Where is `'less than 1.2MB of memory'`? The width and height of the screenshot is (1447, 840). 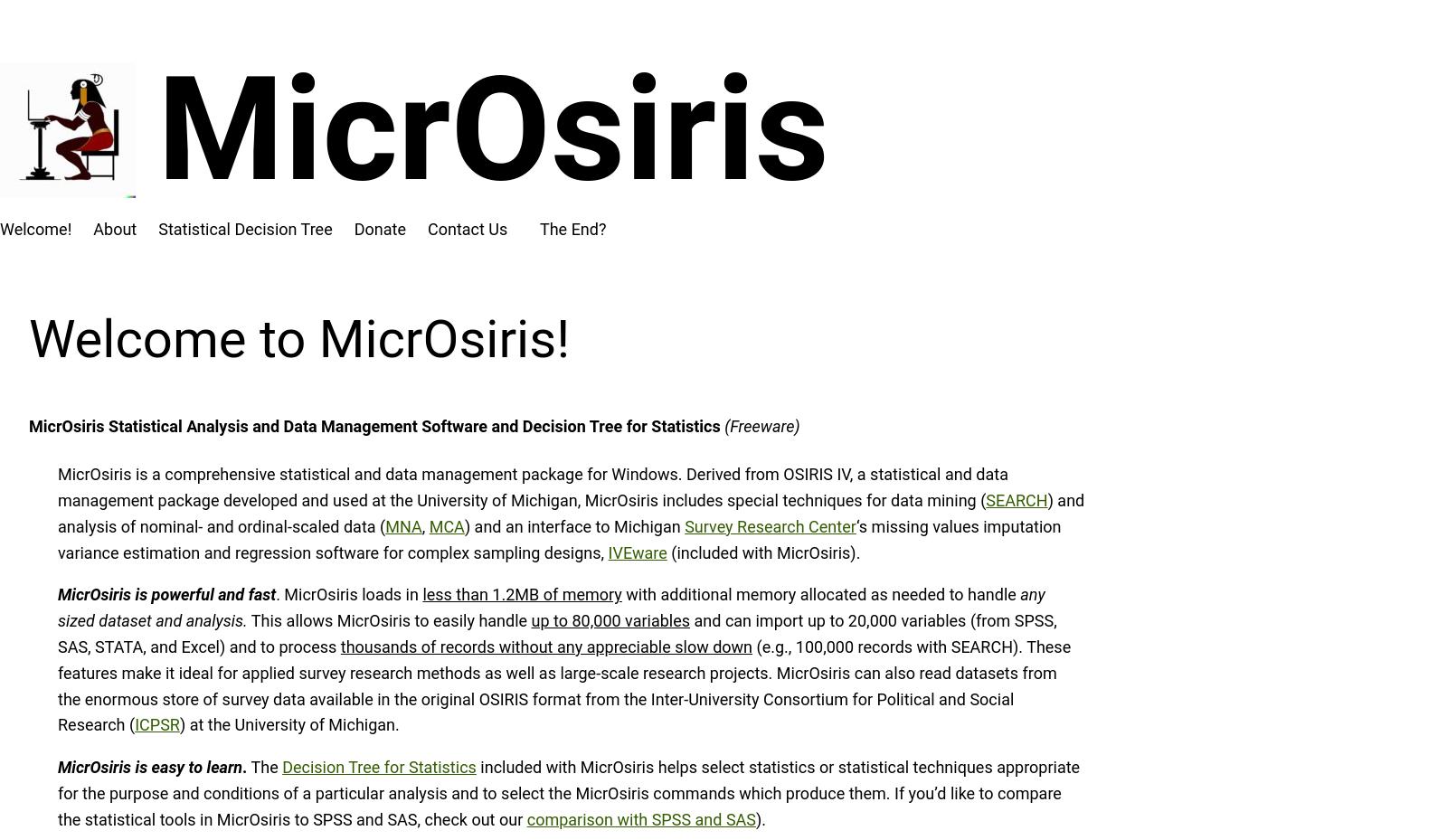
'less than 1.2MB of memory' is located at coordinates (520, 594).